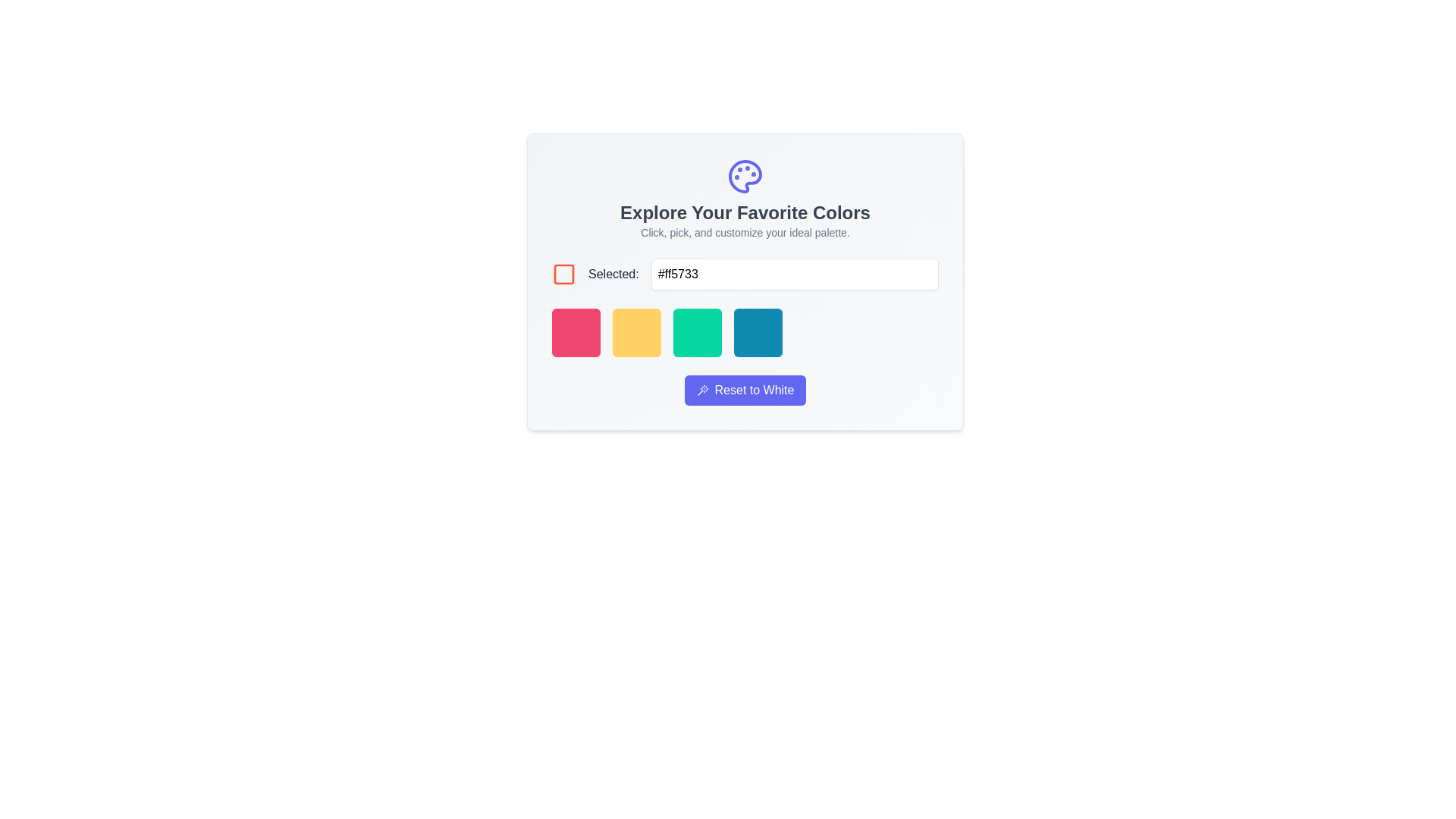 The height and width of the screenshot is (819, 1456). What do you see at coordinates (745, 175) in the screenshot?
I see `the palette icon that represents color selection, located above the title 'Explore Your Favorite Colors' within its card layout` at bounding box center [745, 175].